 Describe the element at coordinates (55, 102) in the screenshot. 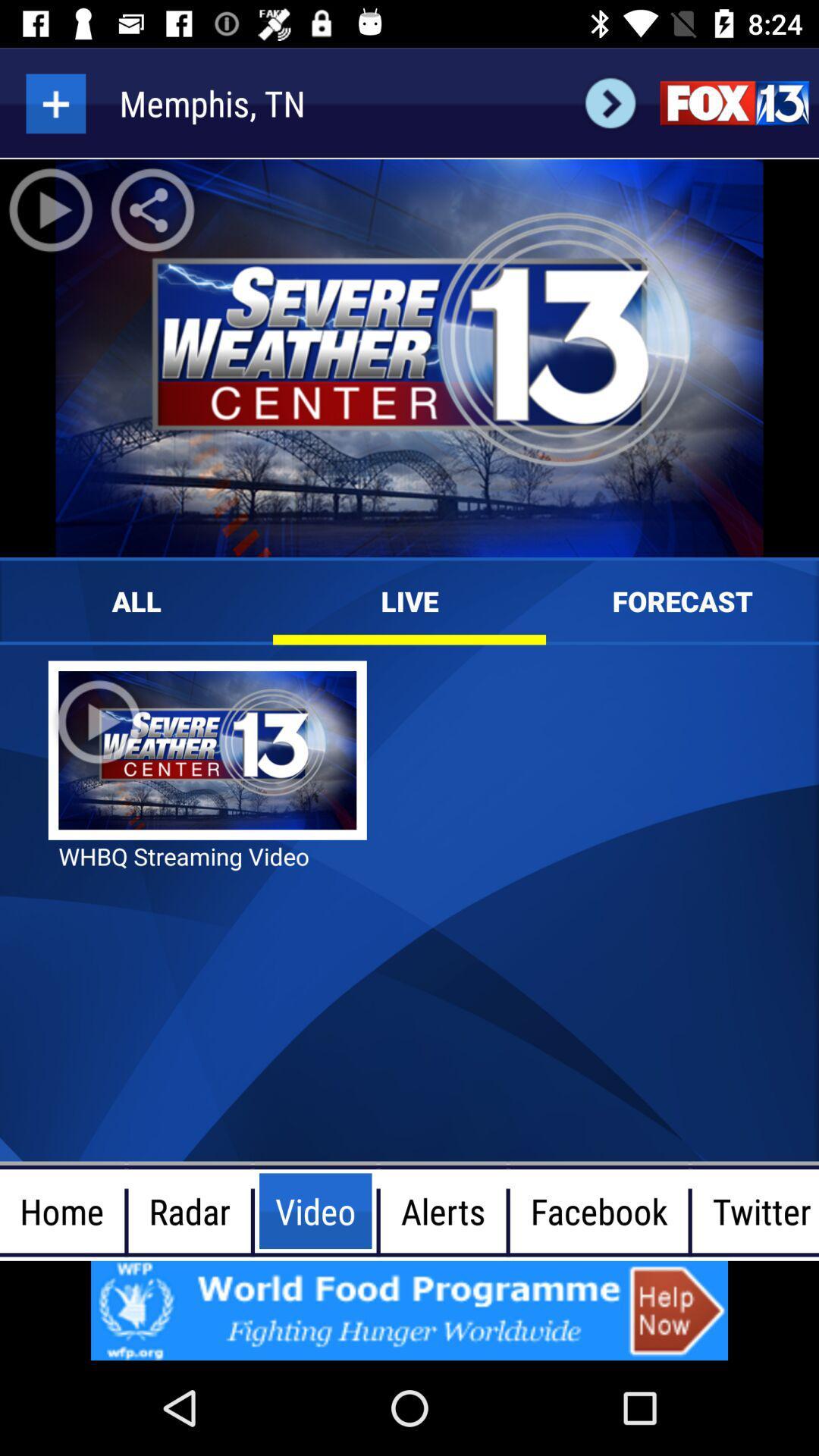

I see `the add icon` at that location.